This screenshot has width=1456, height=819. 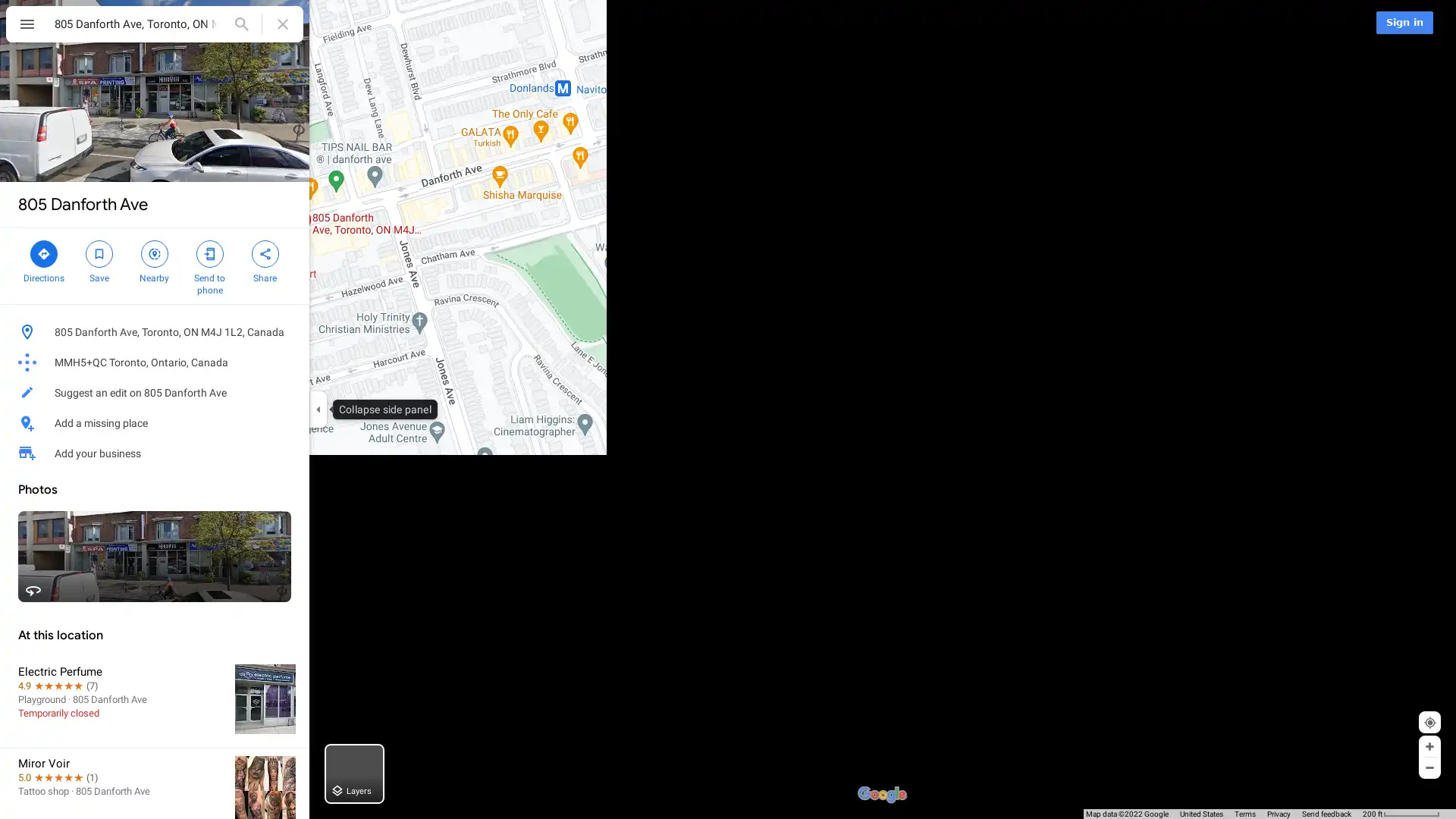 I want to click on Attractions, so click(x=529, y=24).